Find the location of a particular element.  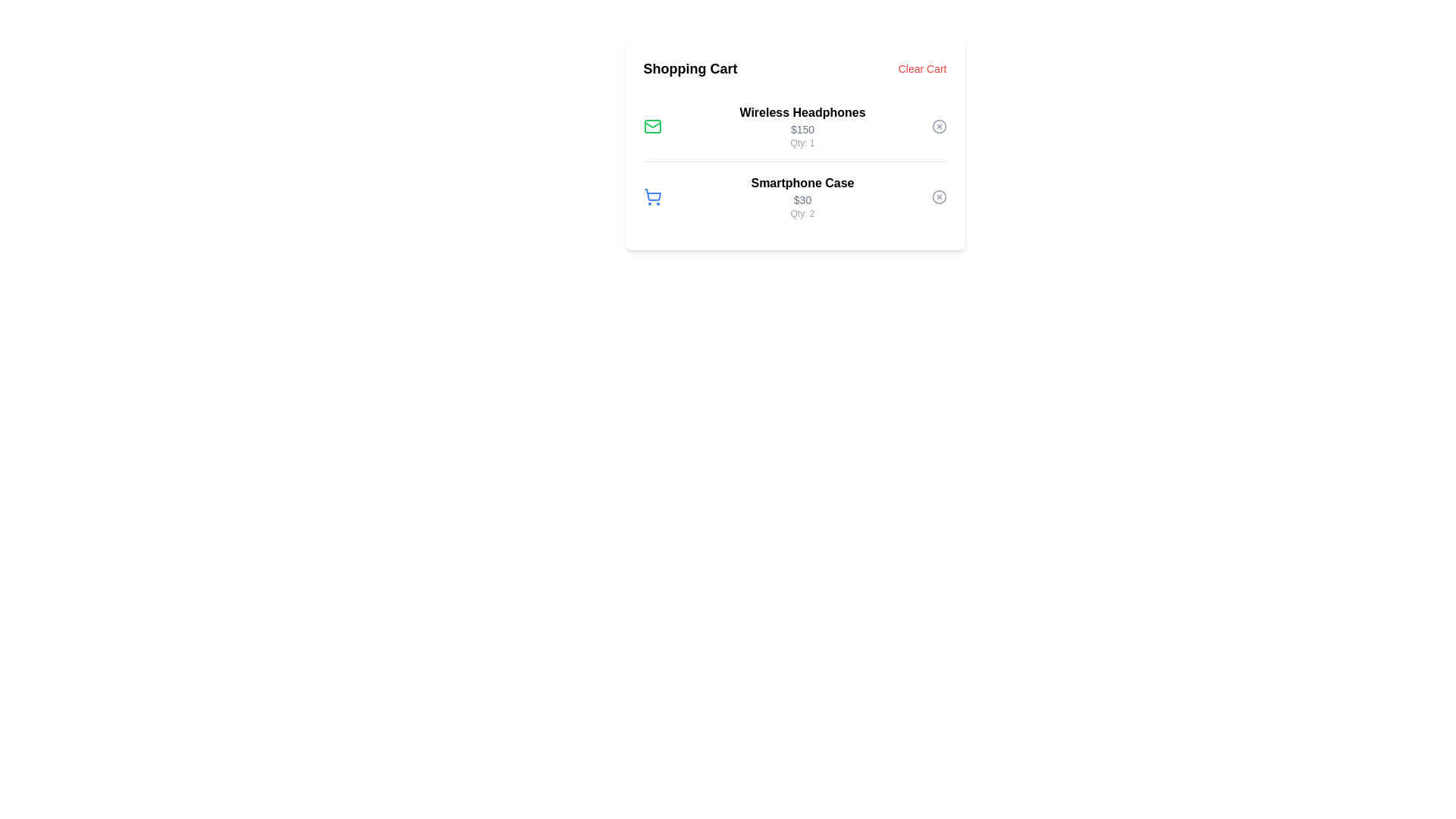

the graphical representation of the shopping cart icon, which features a blue stroke and a simplistic design, located adjacent to the 'Smartphone Case' item in the shopping cart interface is located at coordinates (652, 194).